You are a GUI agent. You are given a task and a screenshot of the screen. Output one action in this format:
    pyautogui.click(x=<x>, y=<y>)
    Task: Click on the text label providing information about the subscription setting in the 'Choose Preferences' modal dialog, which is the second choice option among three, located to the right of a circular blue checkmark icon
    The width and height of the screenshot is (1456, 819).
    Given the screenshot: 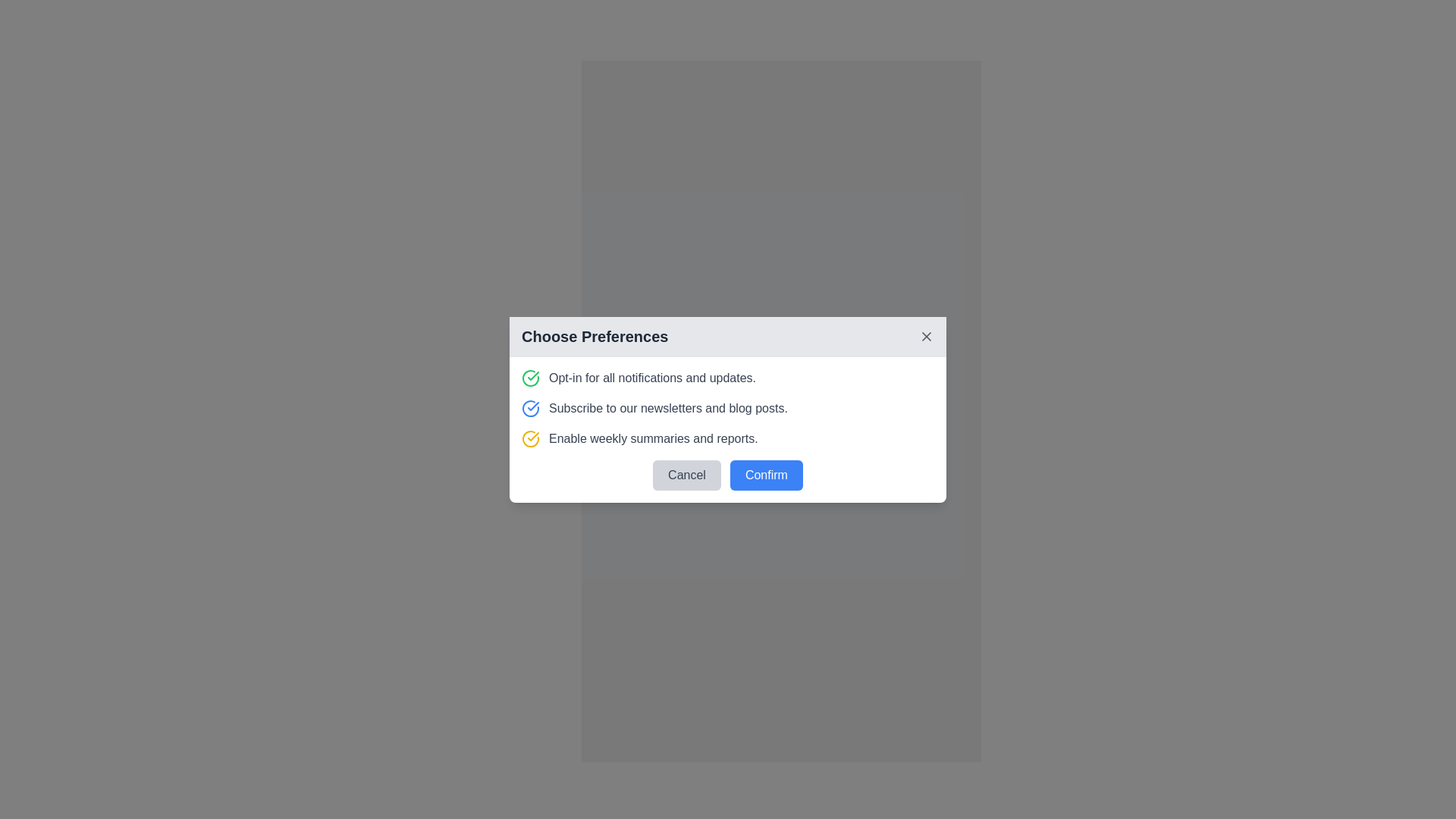 What is the action you would take?
    pyautogui.click(x=667, y=407)
    